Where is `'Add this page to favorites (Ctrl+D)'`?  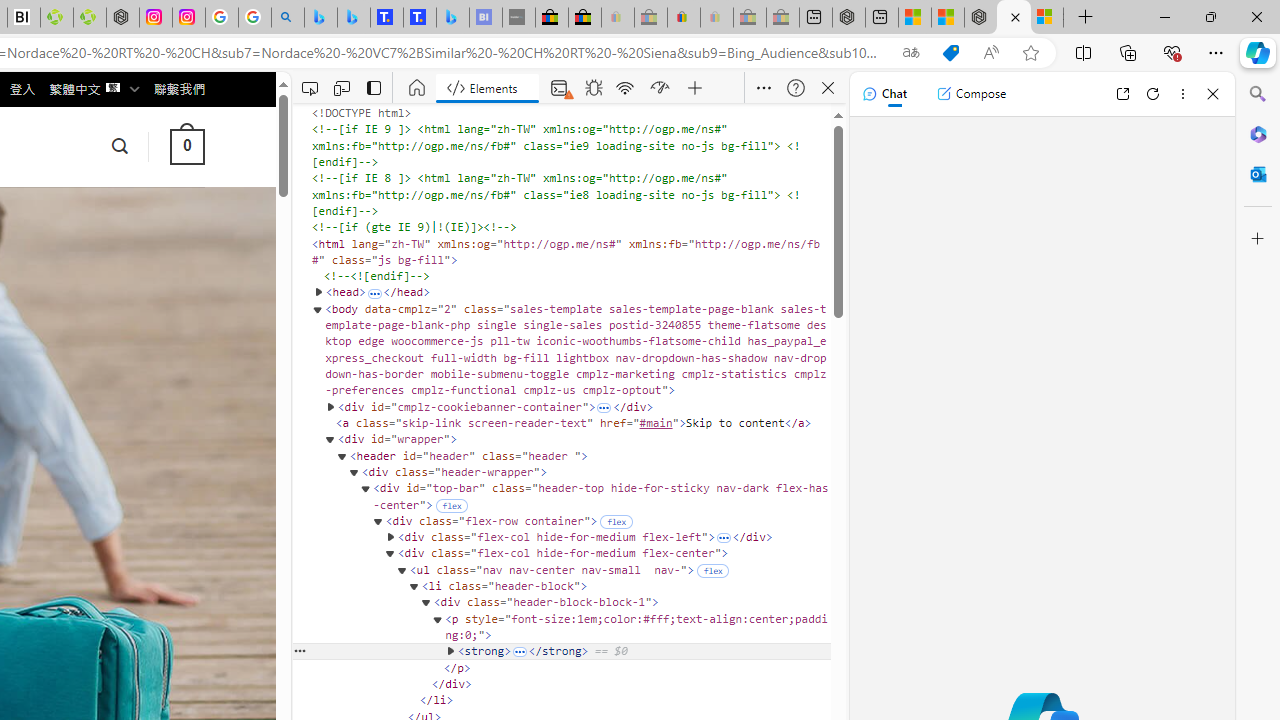 'Add this page to favorites (Ctrl+D)' is located at coordinates (1031, 52).